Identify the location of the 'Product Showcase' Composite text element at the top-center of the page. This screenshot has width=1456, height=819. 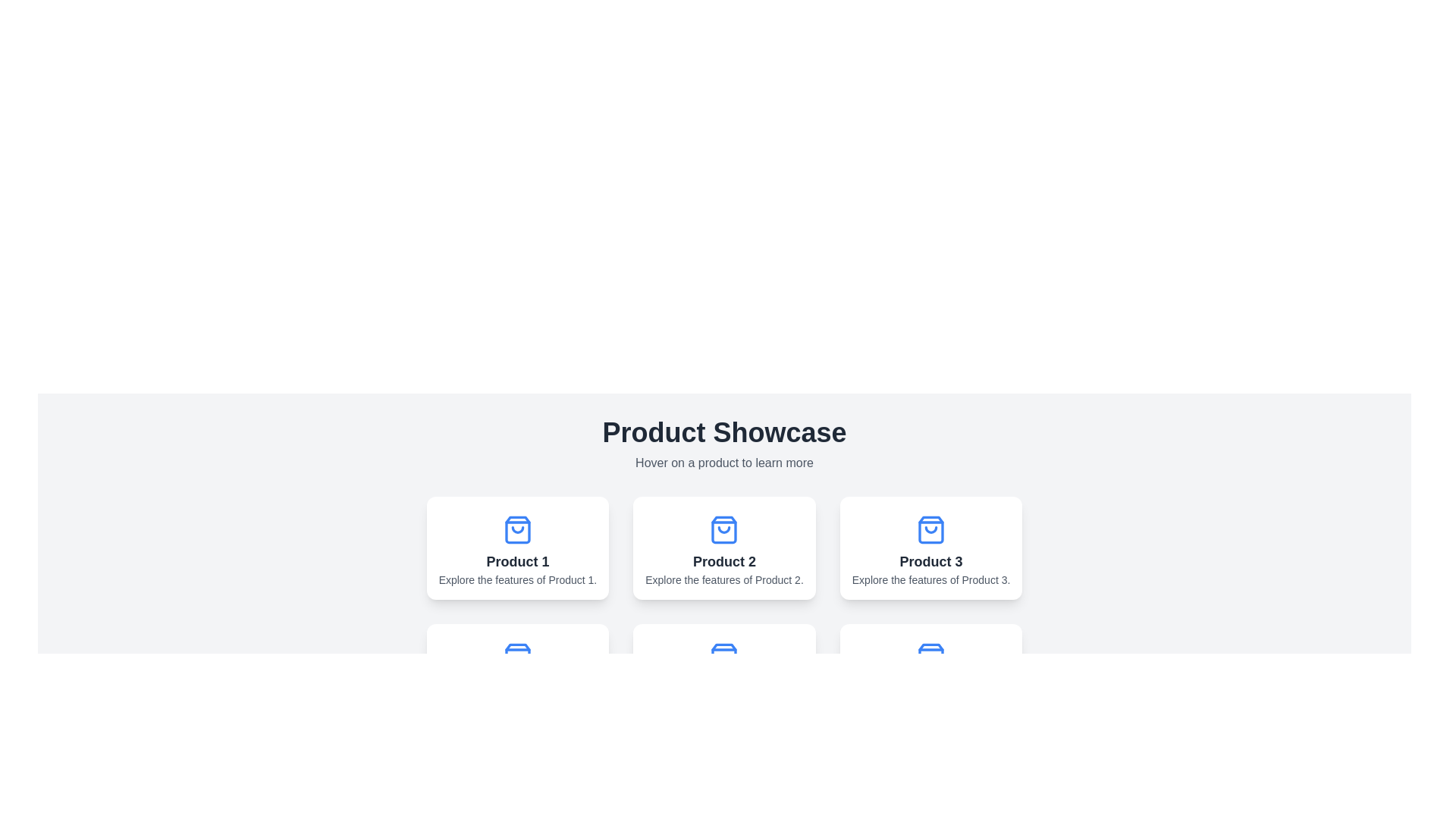
(723, 444).